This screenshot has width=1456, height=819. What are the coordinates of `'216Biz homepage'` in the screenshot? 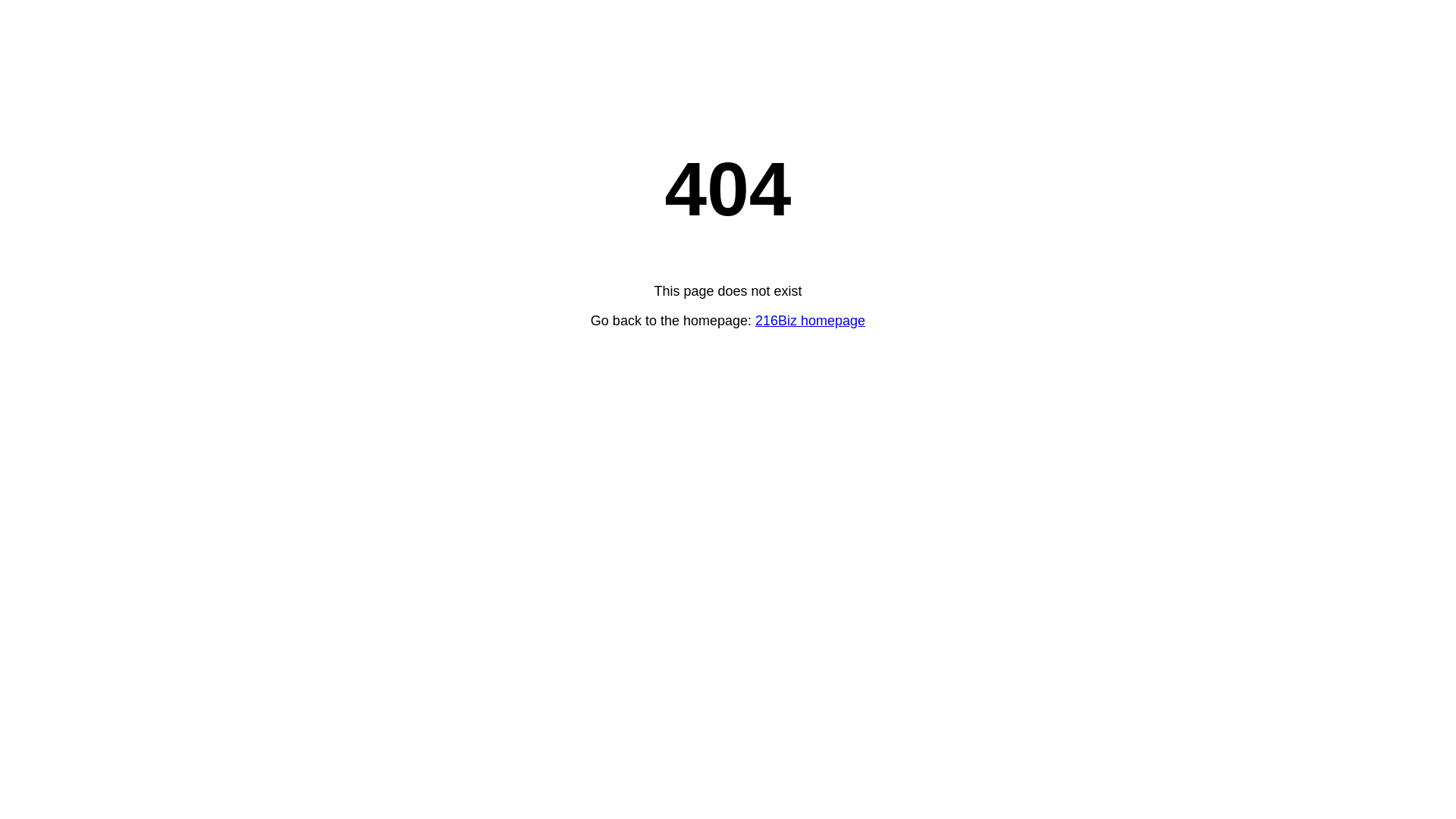 It's located at (809, 320).